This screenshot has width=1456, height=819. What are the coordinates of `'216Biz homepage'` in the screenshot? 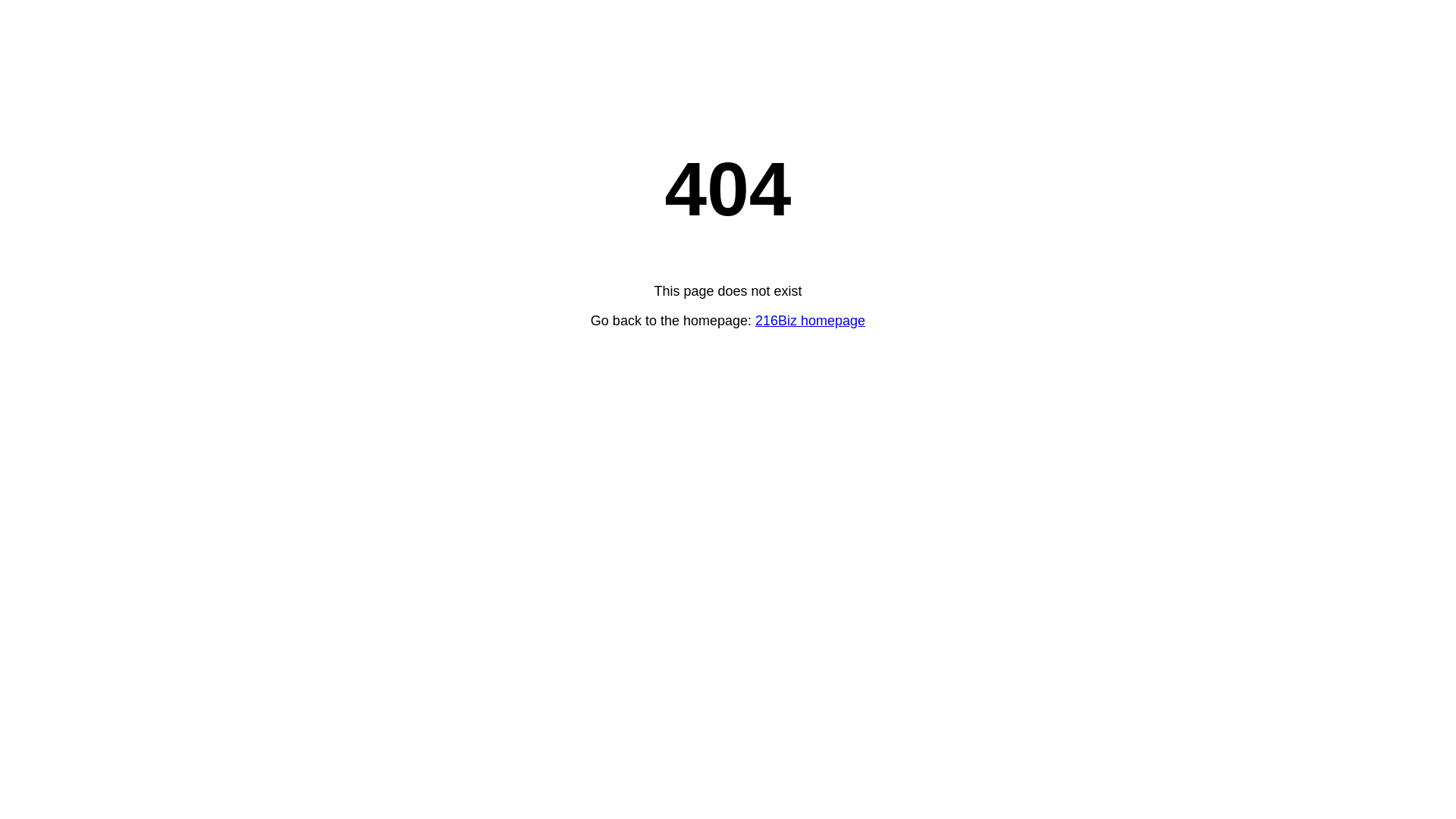 It's located at (809, 320).